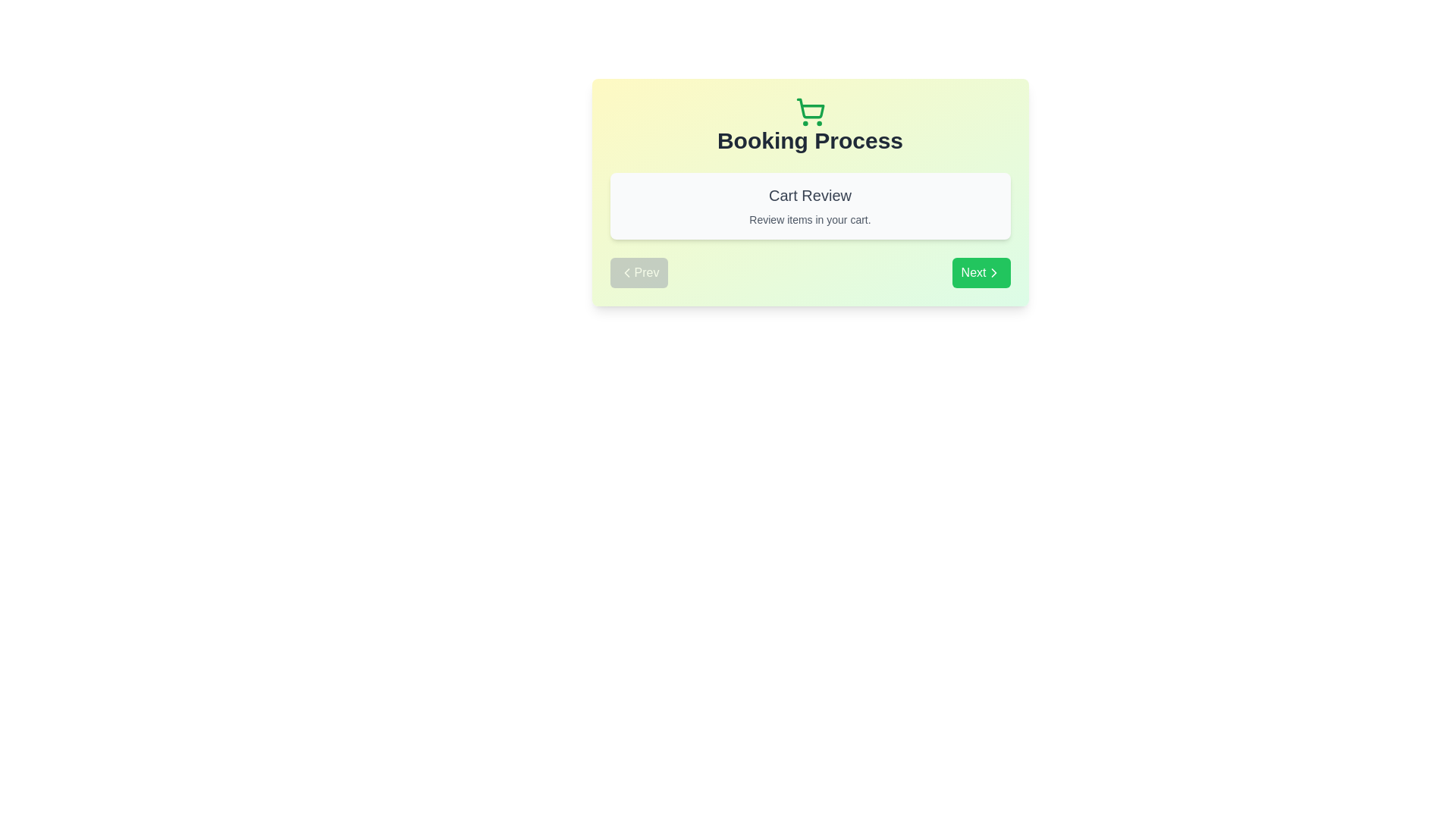 Image resolution: width=1456 pixels, height=819 pixels. Describe the element at coordinates (626, 271) in the screenshot. I see `the left arrow icon that represents the backward navigation functionality of the 'Prev' button located in the lower left side of the interface` at that location.